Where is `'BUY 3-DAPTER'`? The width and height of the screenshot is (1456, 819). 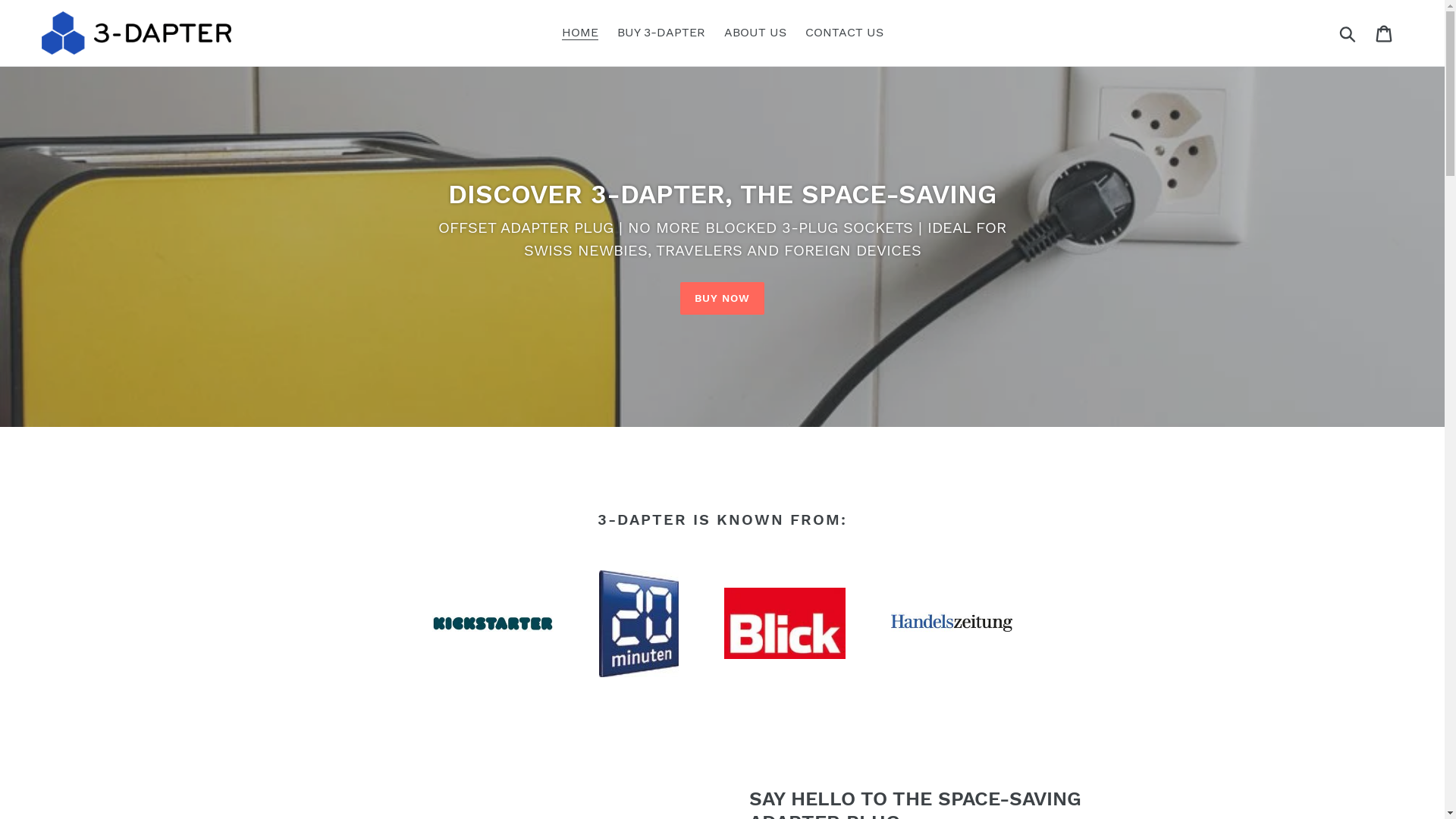 'BUY 3-DAPTER' is located at coordinates (661, 32).